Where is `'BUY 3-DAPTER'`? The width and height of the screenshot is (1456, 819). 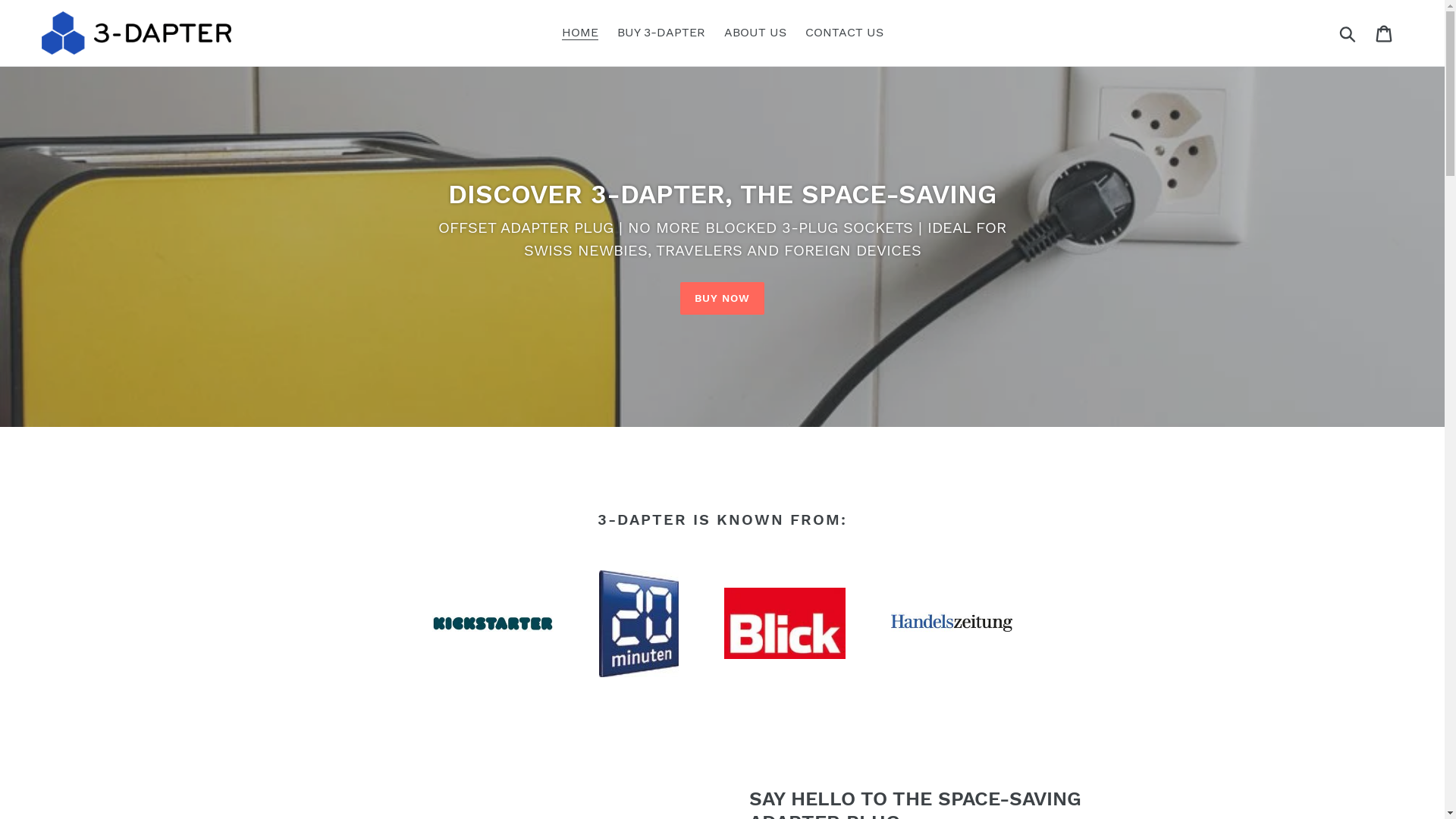 'BUY 3-DAPTER' is located at coordinates (661, 32).